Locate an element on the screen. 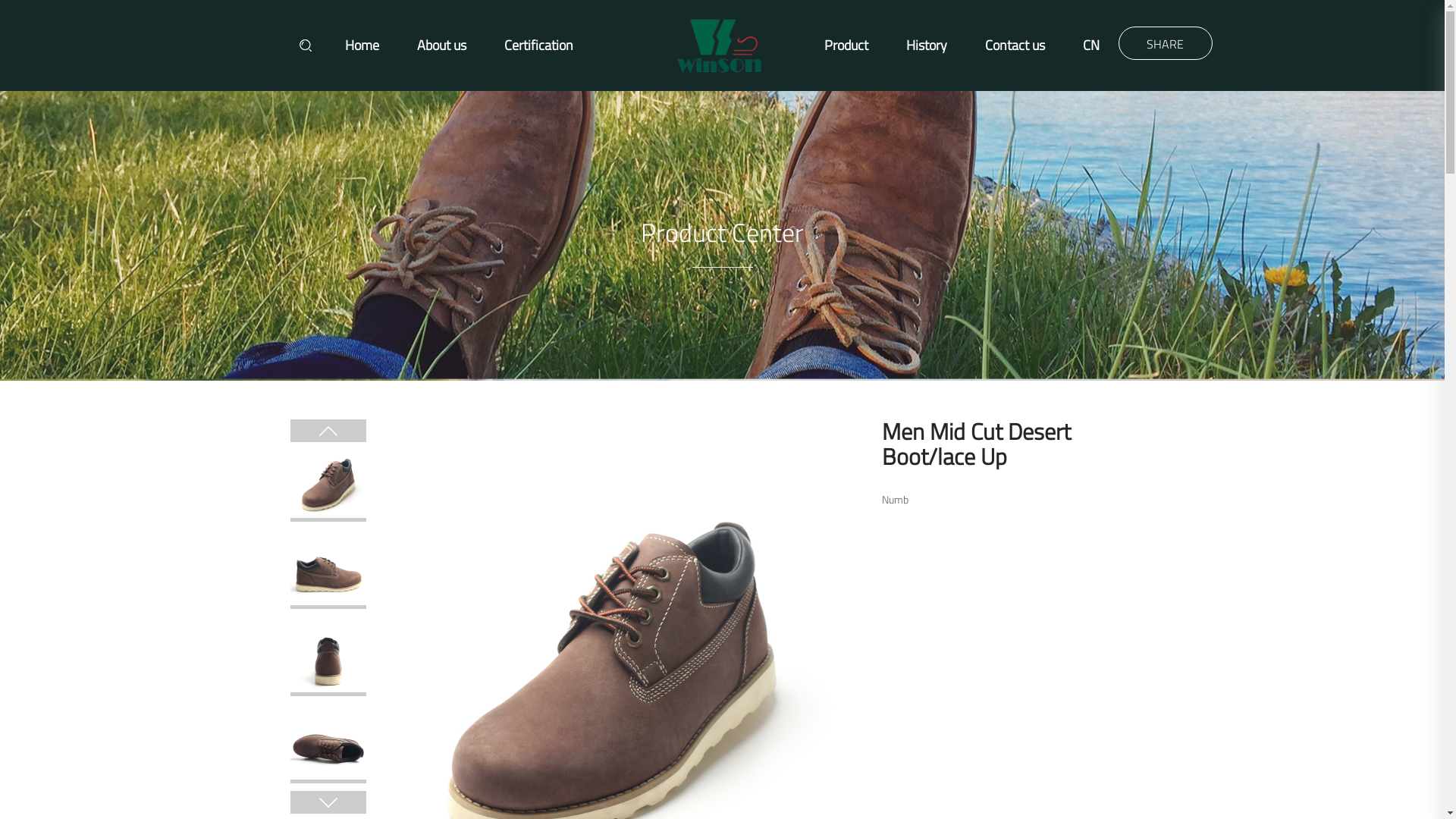 This screenshot has height=819, width=1456. 'Product' is located at coordinates (804, 45).